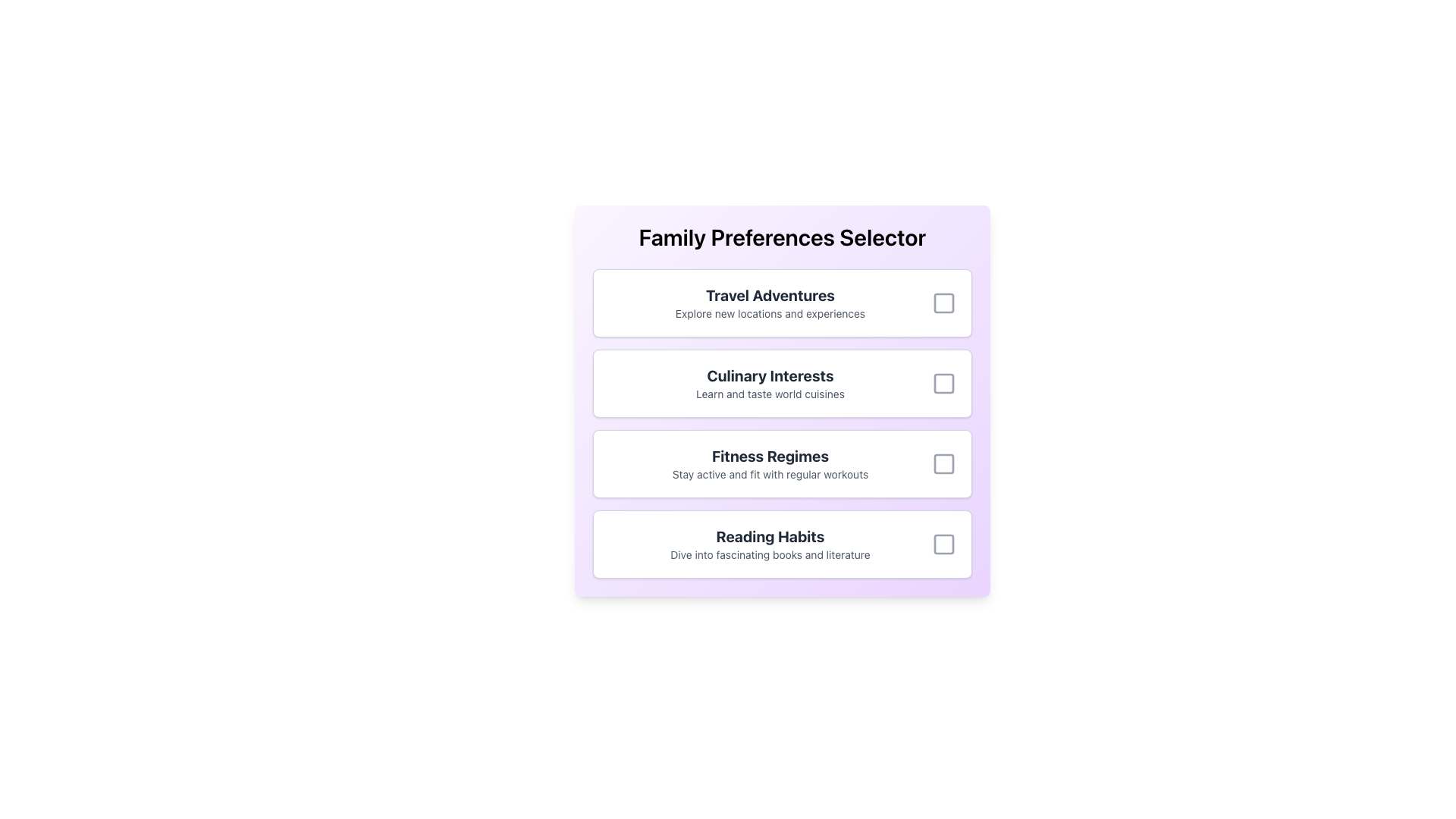 This screenshot has width=1456, height=819. I want to click on the bold, large static text displaying 'Fitness Regimes', which is styled in dark gray and located under the 'Family Preferences Selector' heading, so click(770, 455).